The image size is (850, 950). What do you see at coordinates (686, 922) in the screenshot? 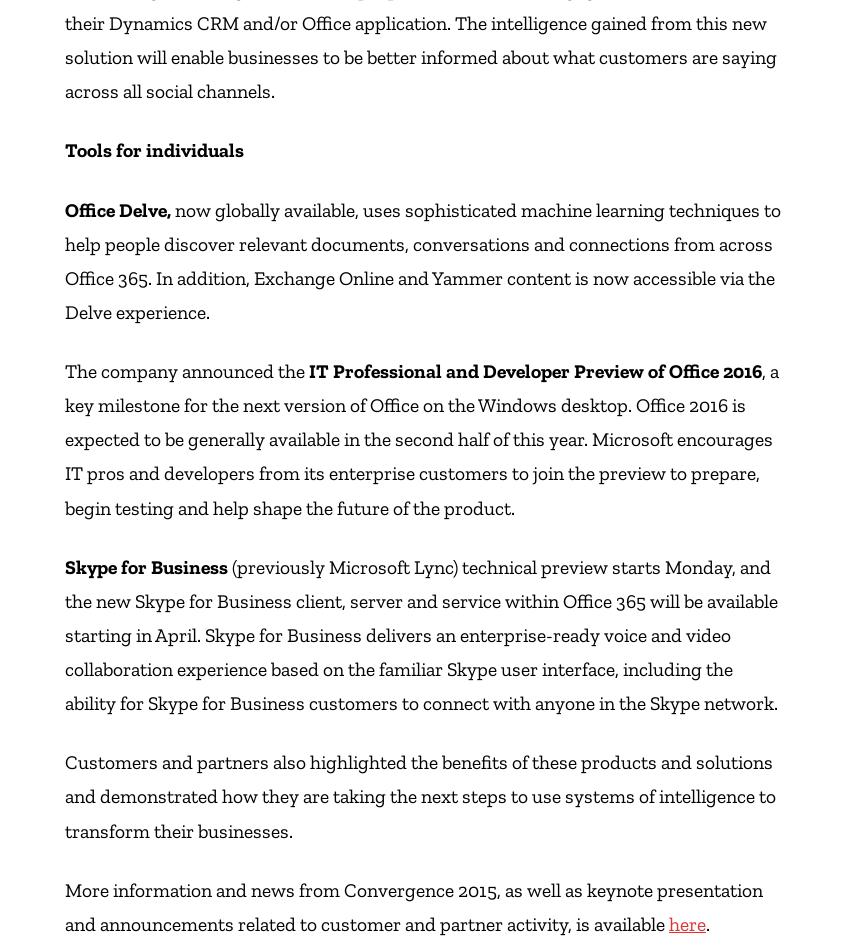
I see `'here'` at bounding box center [686, 922].